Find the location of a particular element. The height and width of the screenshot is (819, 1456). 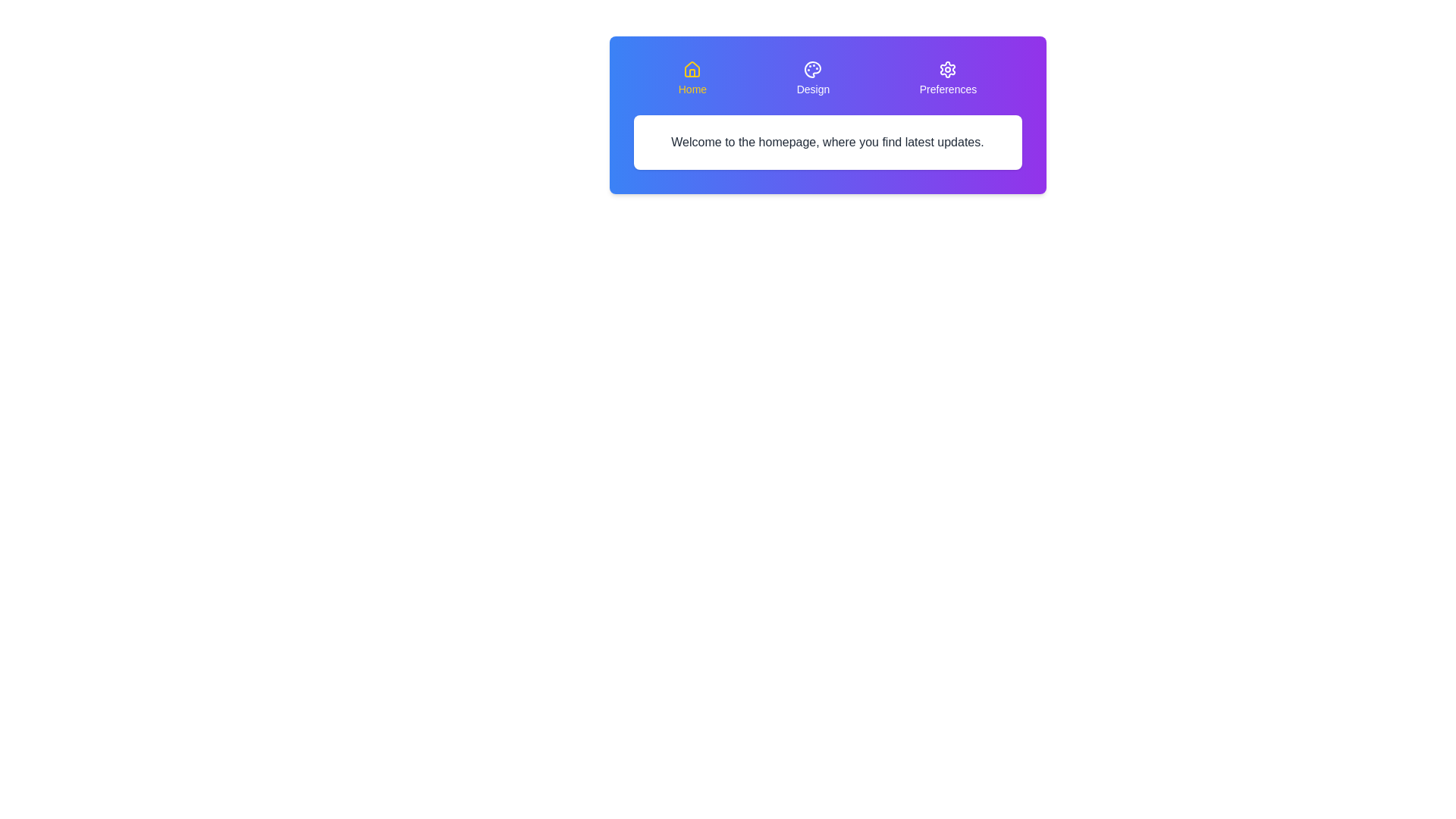

the tab labeled Design to observe its hover effect is located at coordinates (812, 79).